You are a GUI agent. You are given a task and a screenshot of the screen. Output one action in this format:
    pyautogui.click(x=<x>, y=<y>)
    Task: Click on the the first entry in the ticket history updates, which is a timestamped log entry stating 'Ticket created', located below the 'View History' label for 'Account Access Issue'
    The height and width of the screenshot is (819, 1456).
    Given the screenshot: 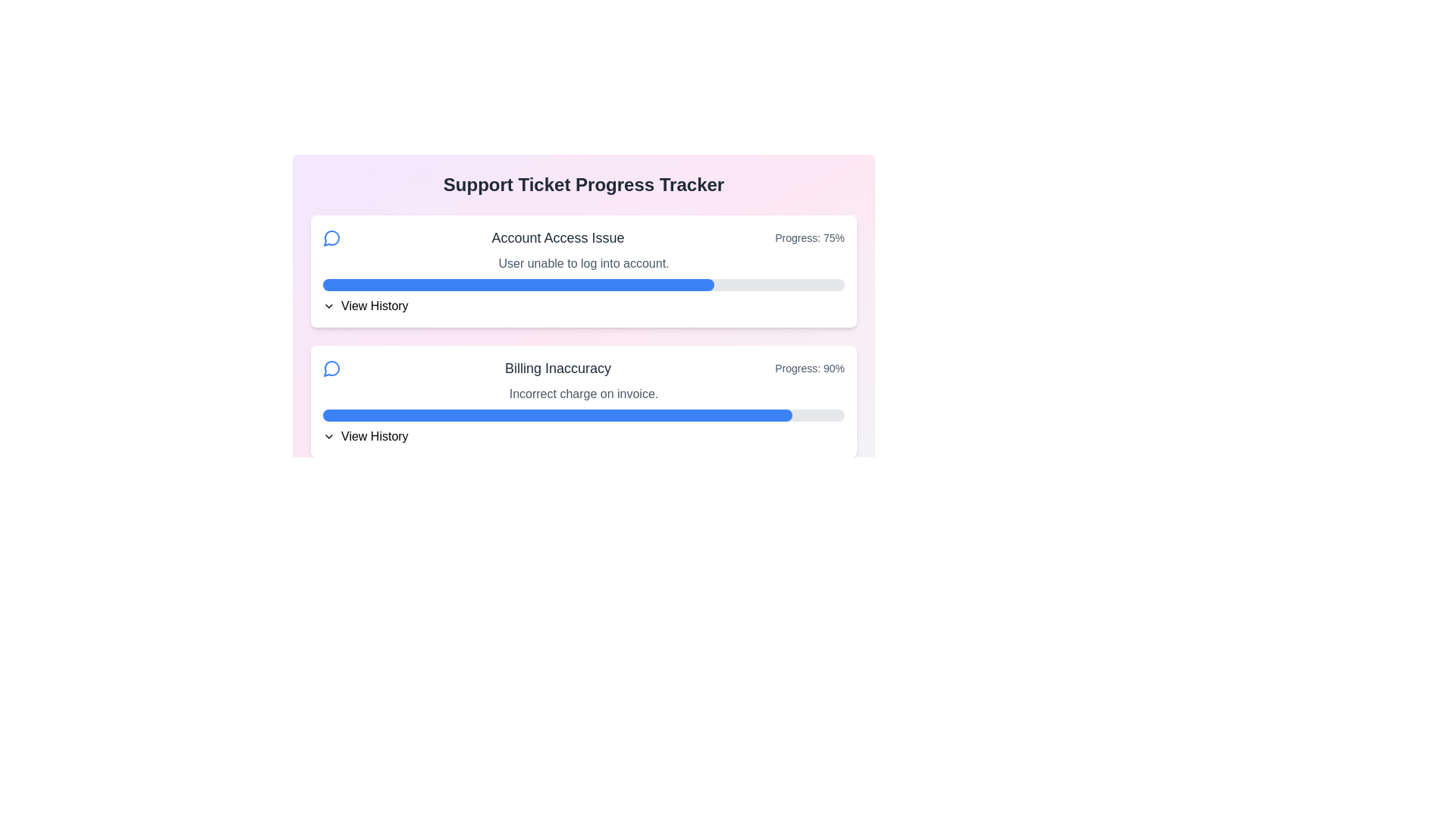 What is the action you would take?
    pyautogui.click(x=589, y=328)
    